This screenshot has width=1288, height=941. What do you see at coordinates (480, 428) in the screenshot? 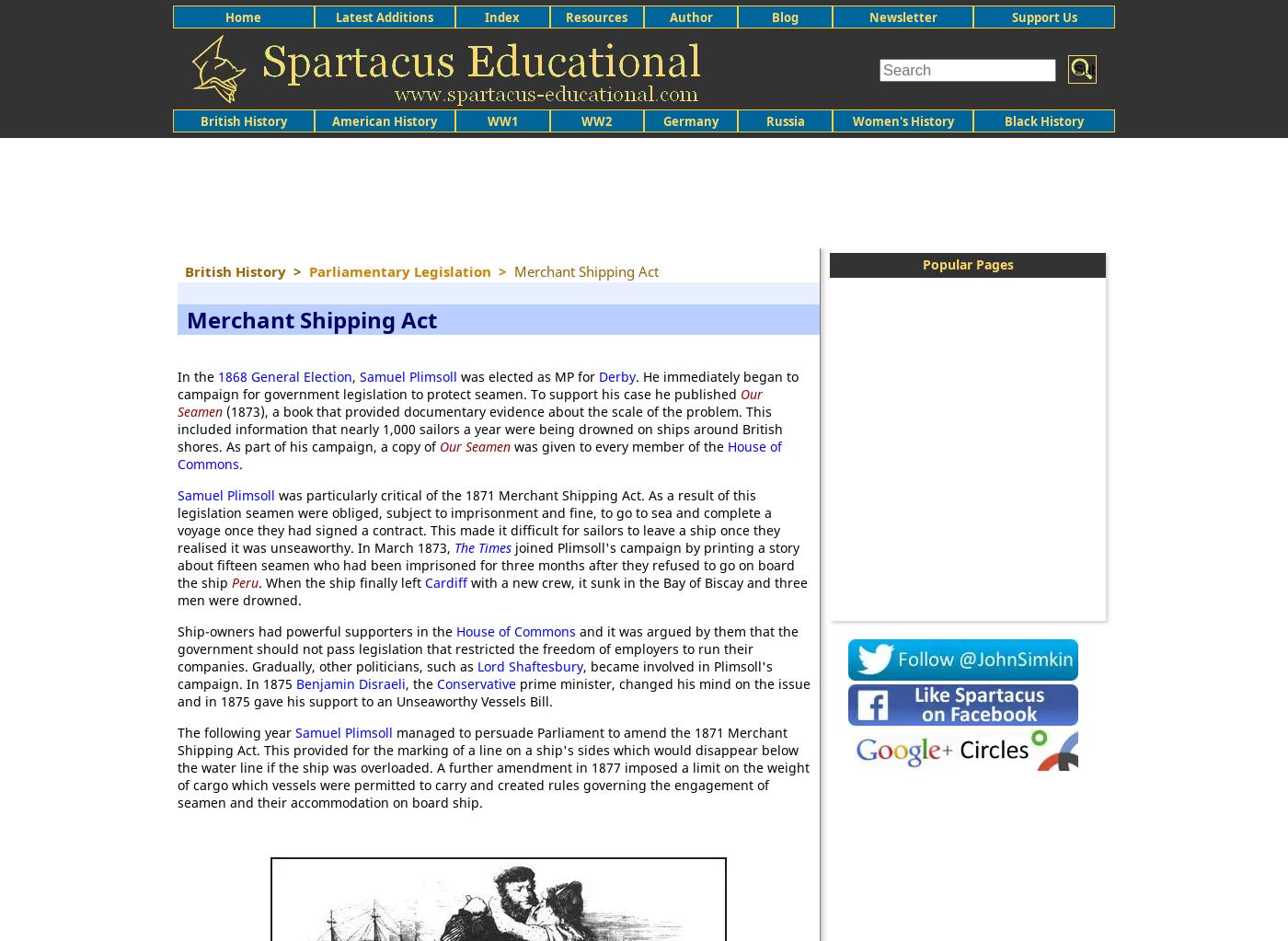
I see `'(1873), a book that provided documentary evidence about the scale of the problem. This included information that nearly 1,000 sailors a year were being drowned on ships around British shores. As part of his campaign, a copy of'` at bounding box center [480, 428].